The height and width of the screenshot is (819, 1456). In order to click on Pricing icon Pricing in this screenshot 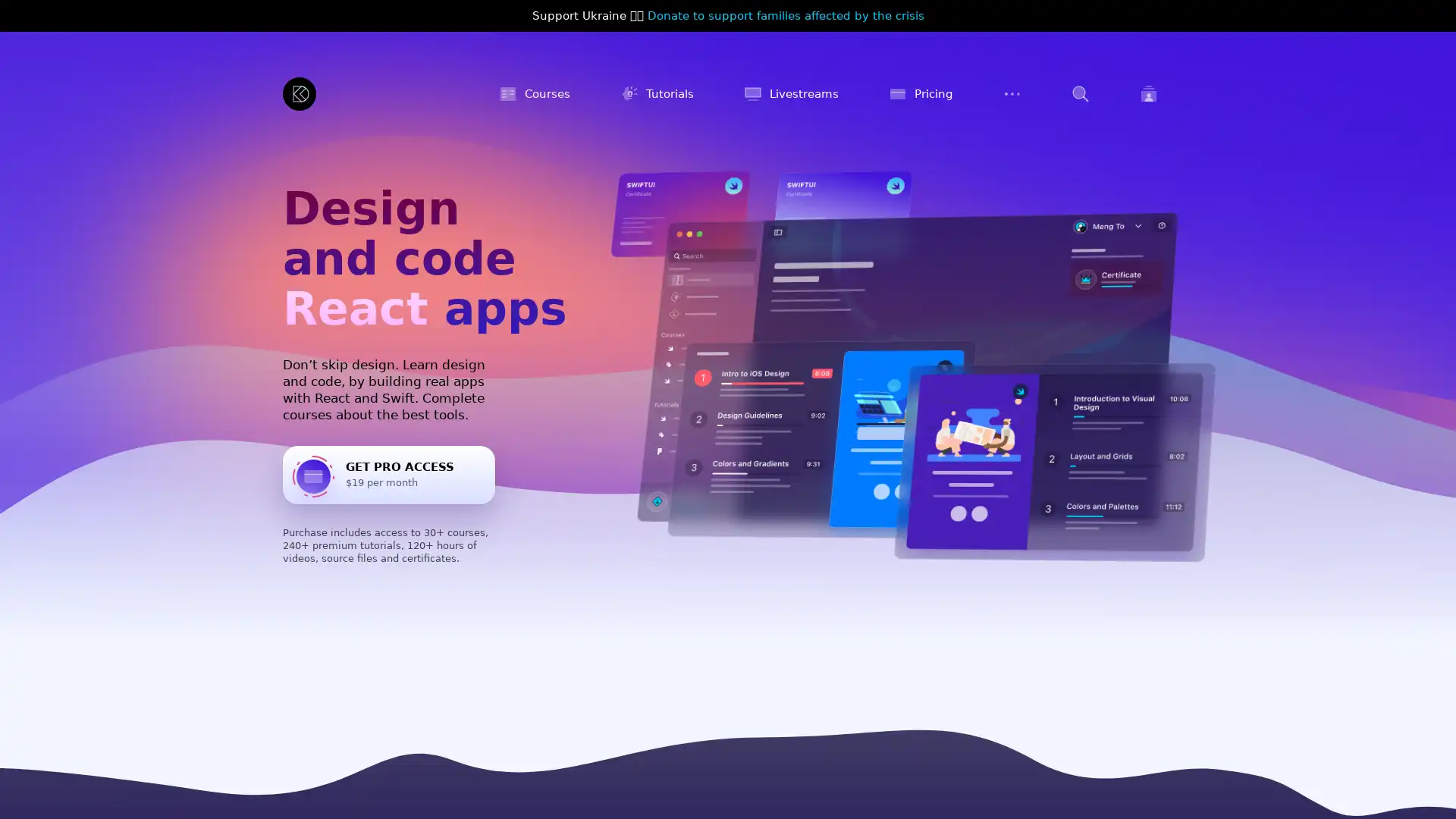, I will do `click(920, 93)`.